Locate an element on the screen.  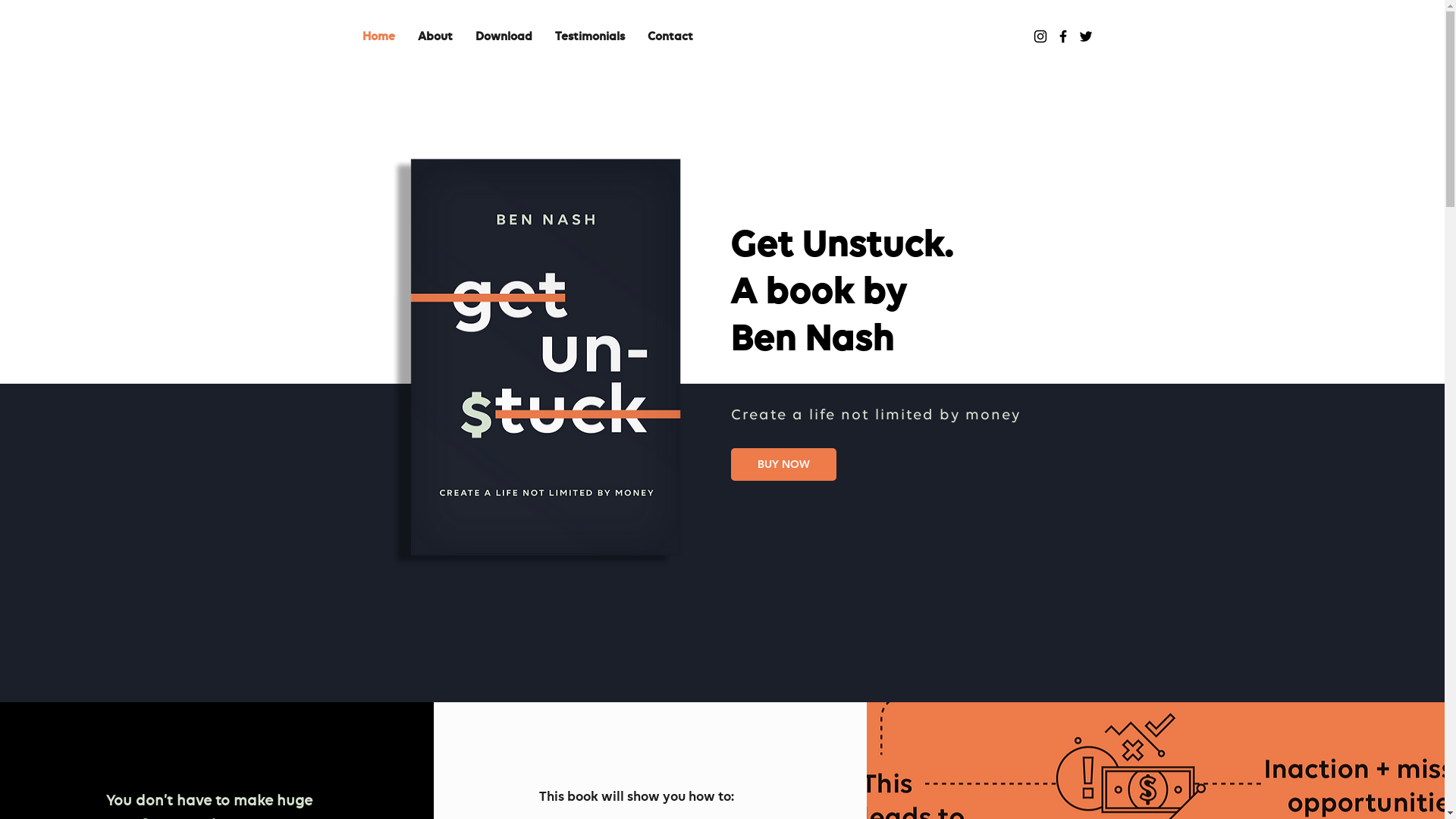
'Home' is located at coordinates (378, 36).